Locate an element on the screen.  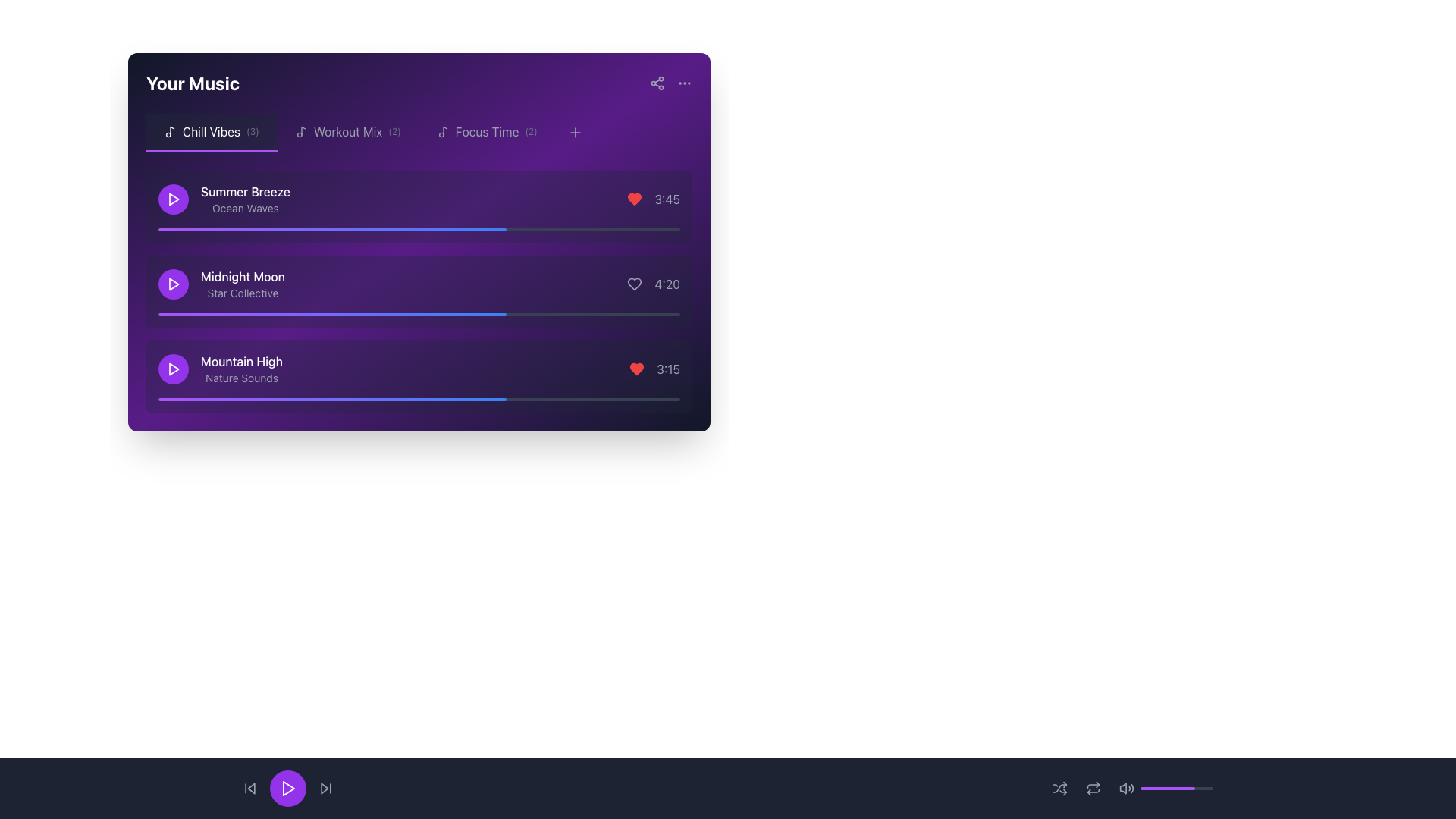
the 'Chill Vibes (3)' clickable list tab, which is styled with white text on a semi-transparent gray background and has a purple border below, indicating it is currently selected is located at coordinates (211, 131).